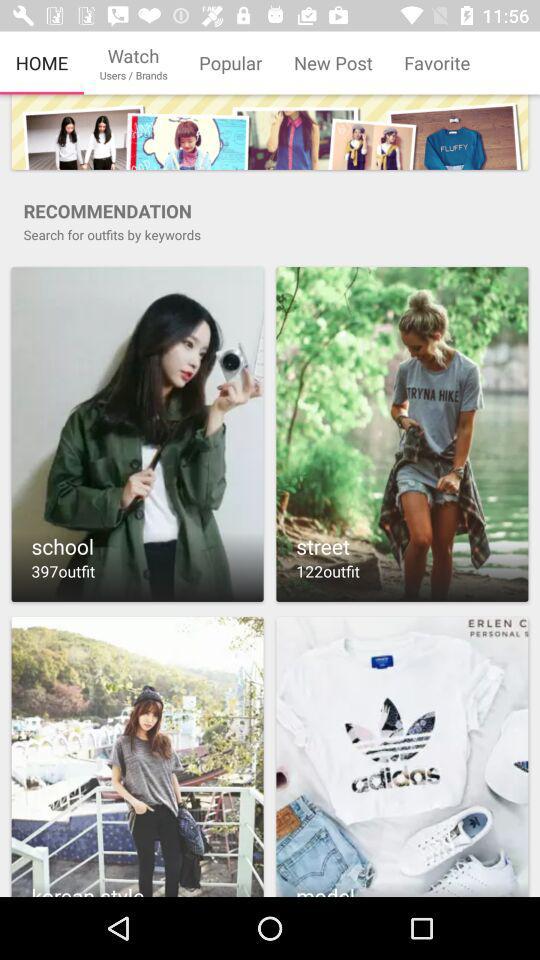 The image size is (540, 960). What do you see at coordinates (402, 434) in the screenshot?
I see `reccomended option street` at bounding box center [402, 434].